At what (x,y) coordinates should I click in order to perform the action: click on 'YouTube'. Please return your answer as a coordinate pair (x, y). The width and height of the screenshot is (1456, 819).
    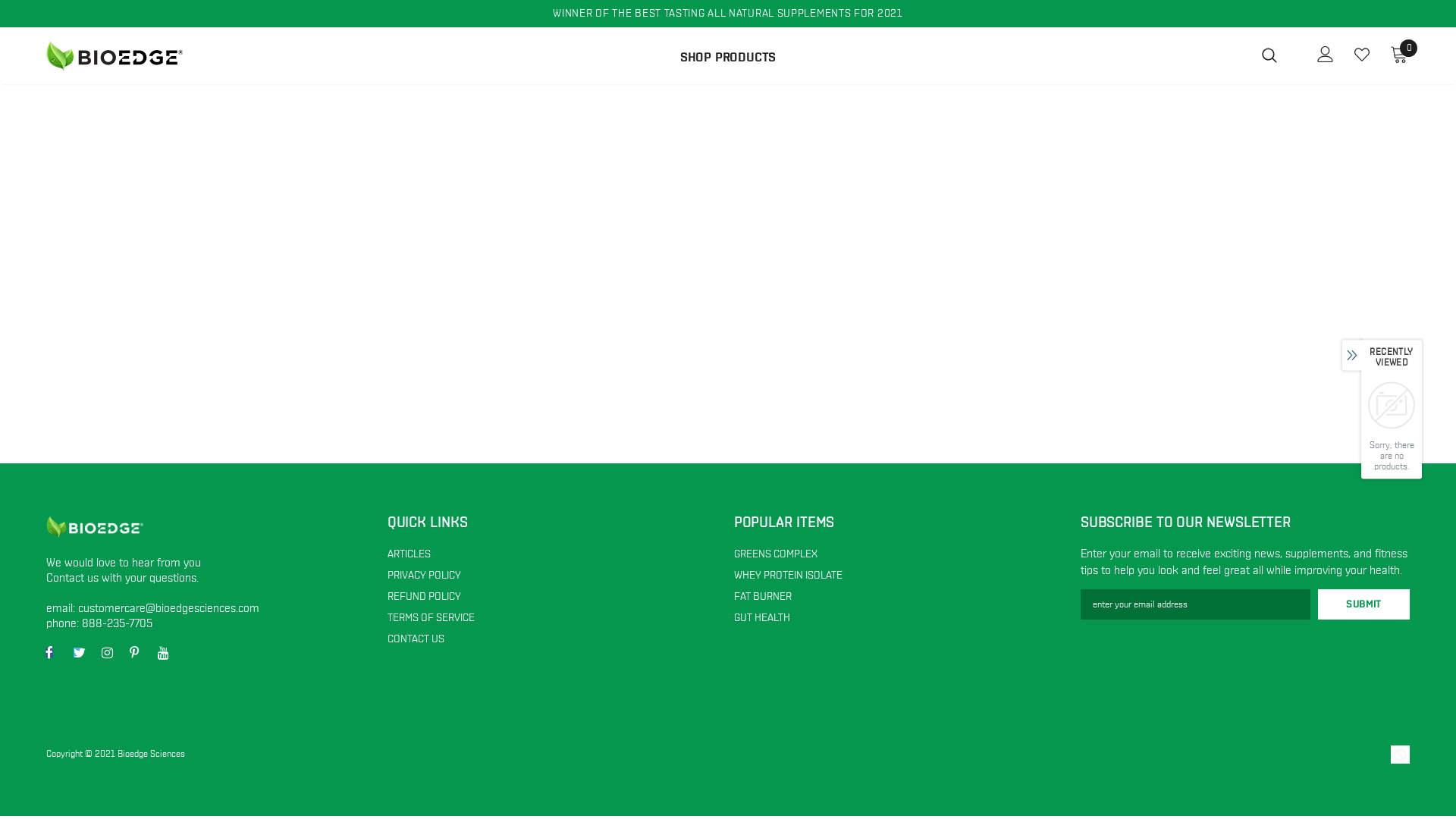
    Looking at the image, I should click on (161, 651).